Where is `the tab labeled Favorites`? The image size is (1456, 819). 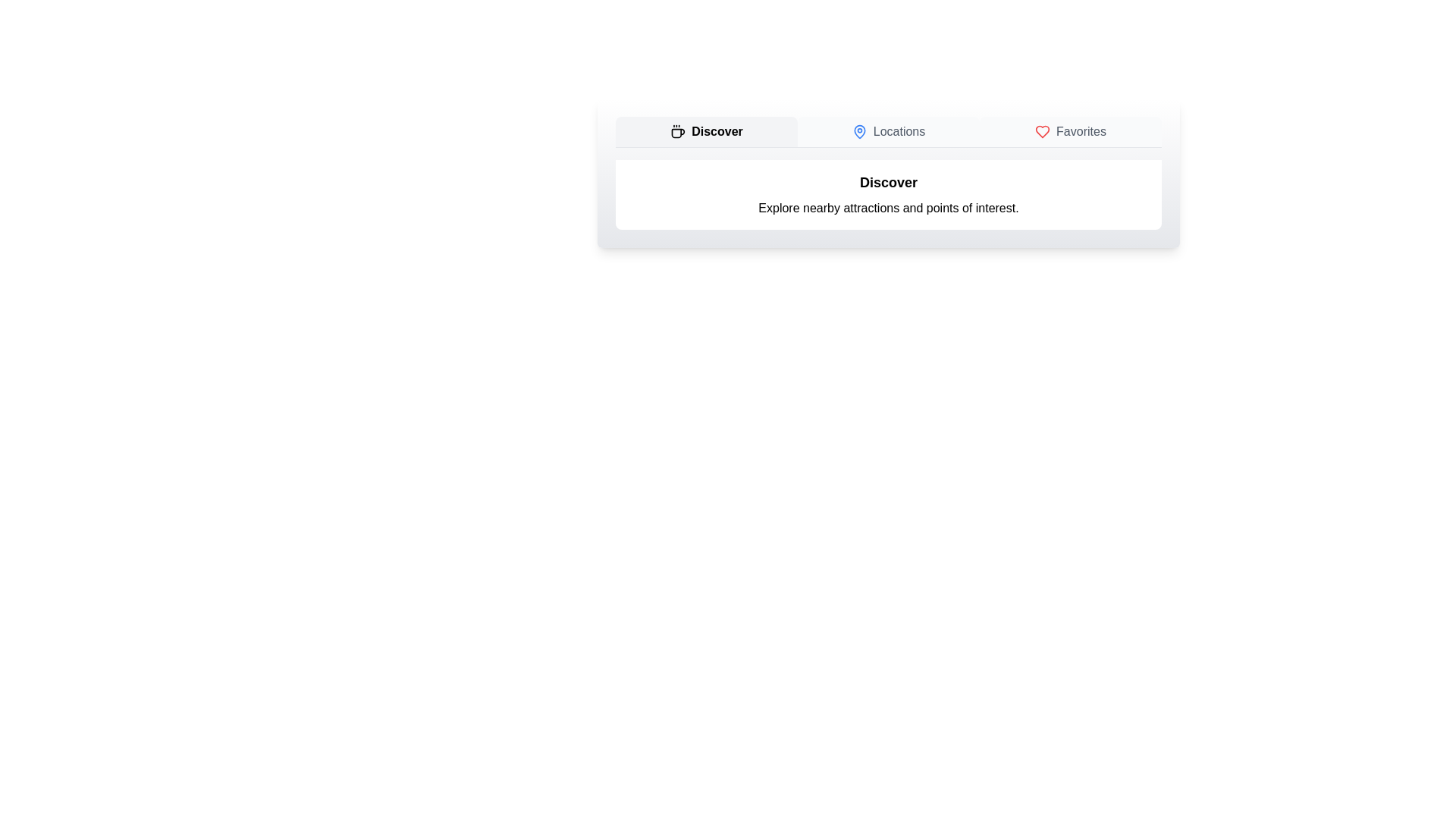
the tab labeled Favorites is located at coordinates (1069, 130).